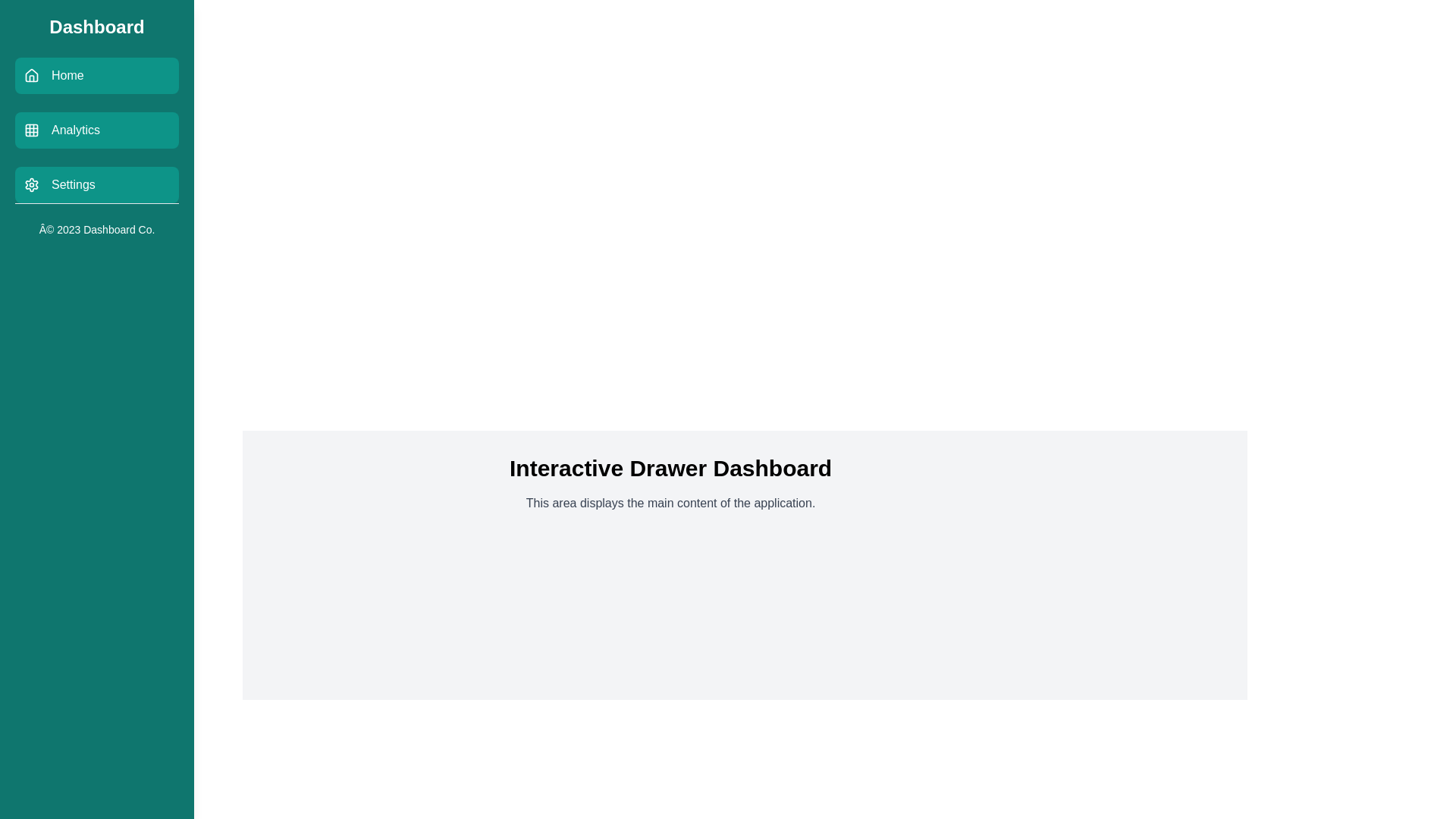 The width and height of the screenshot is (1456, 819). I want to click on the Settings menu item to observe its hover effect, so click(96, 184).